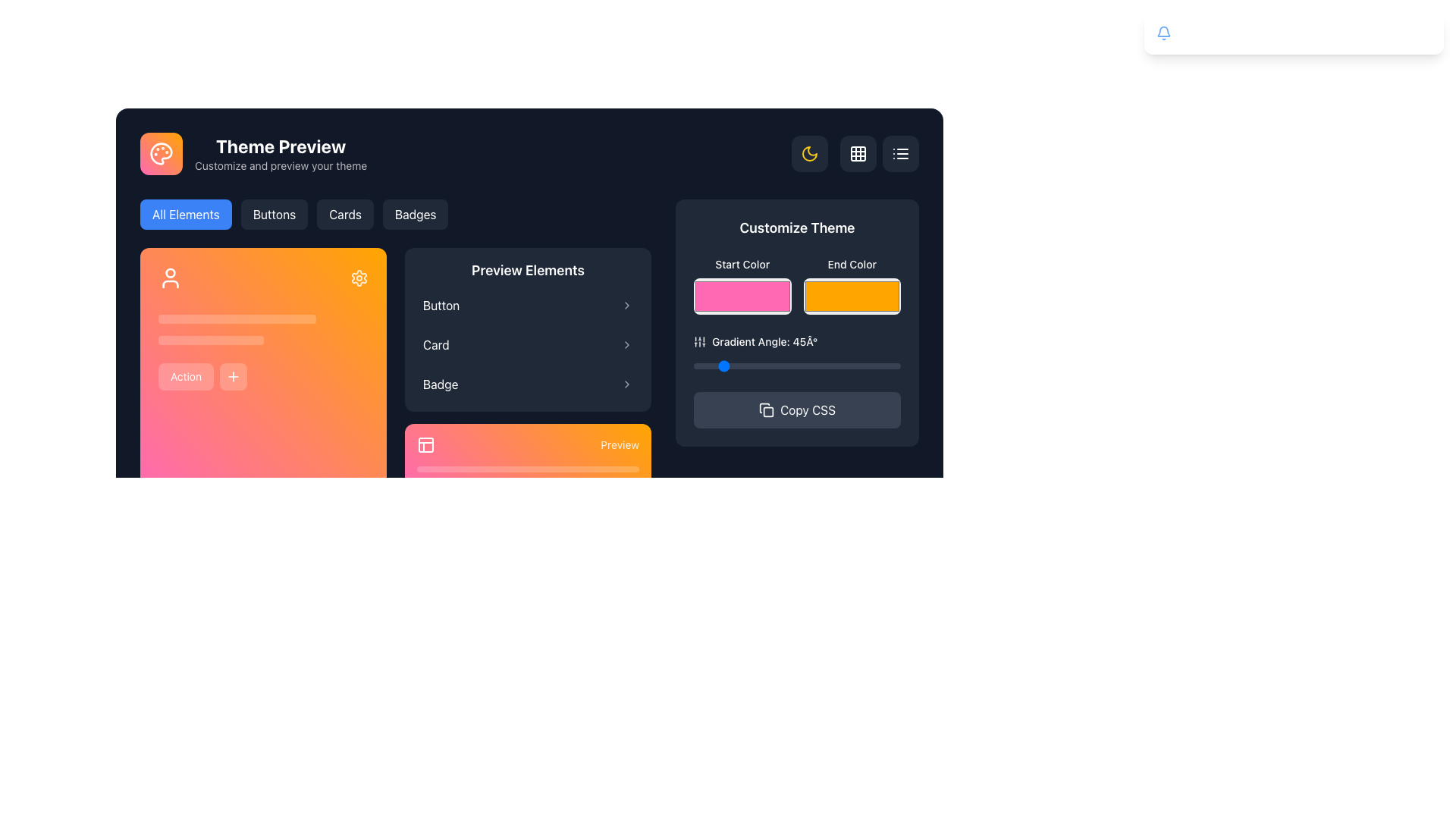 The width and height of the screenshot is (1456, 819). What do you see at coordinates (796, 227) in the screenshot?
I see `the 'Customize Theme' text header, which is a large and bold font located at the top of the settings panel on the right side of the interface` at bounding box center [796, 227].